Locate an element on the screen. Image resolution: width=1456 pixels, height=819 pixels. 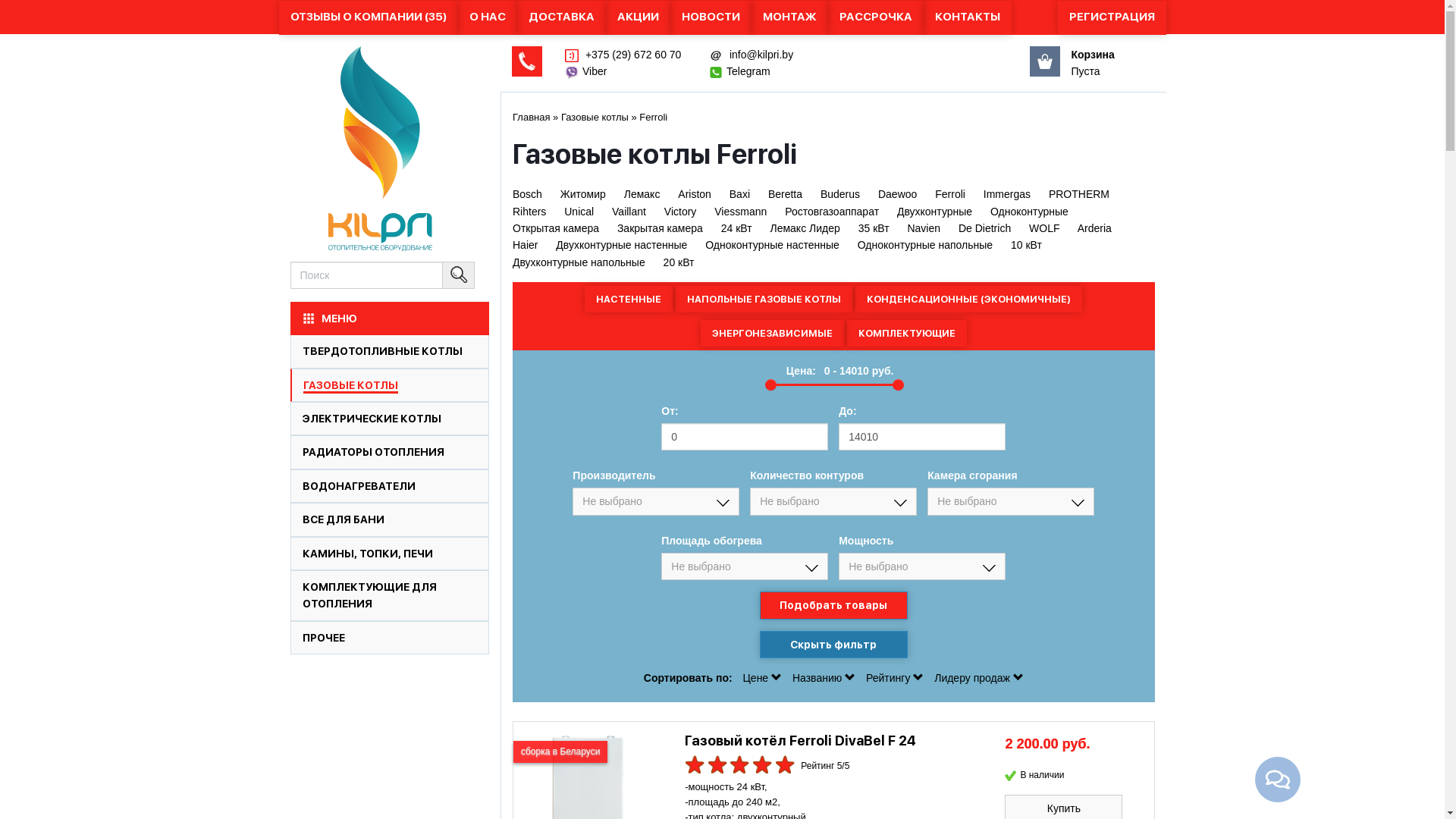
'Beretta' is located at coordinates (767, 193).